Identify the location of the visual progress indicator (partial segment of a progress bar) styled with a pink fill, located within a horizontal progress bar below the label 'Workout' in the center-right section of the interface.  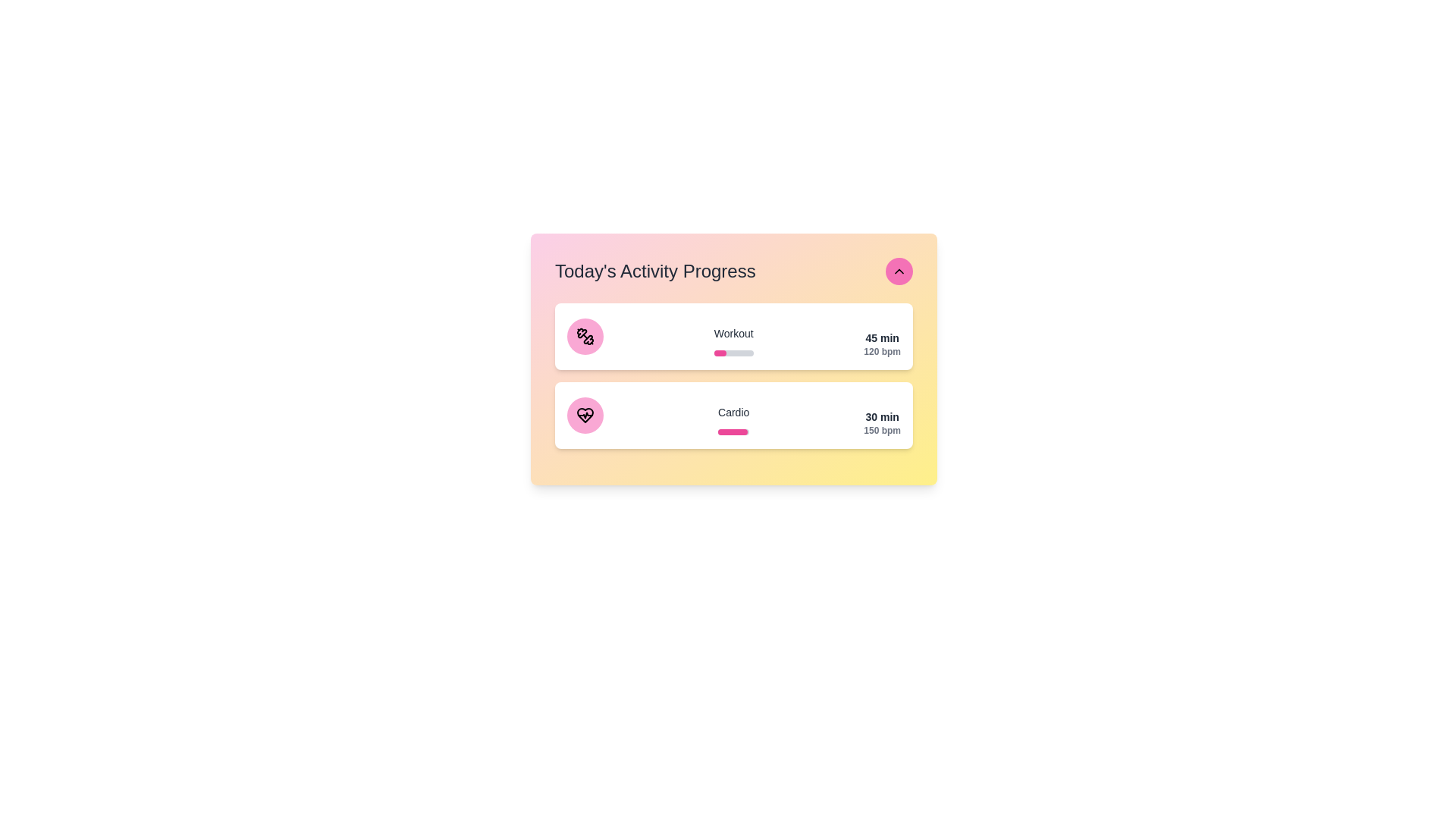
(719, 353).